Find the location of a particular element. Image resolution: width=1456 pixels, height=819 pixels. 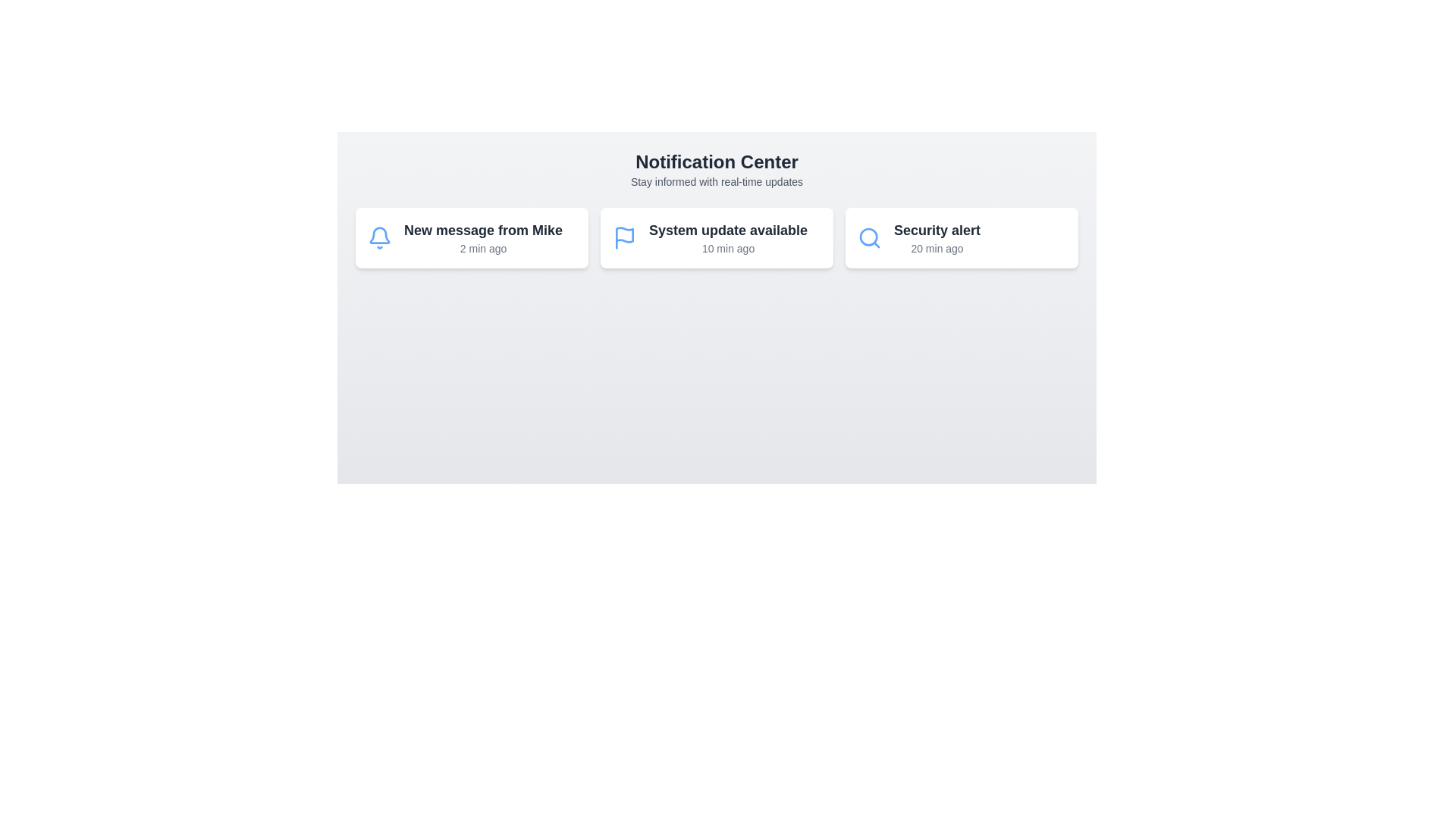

the decorative icon located to the left of the text 'Security alert' and '20 min ago' in the third notification card is located at coordinates (870, 237).